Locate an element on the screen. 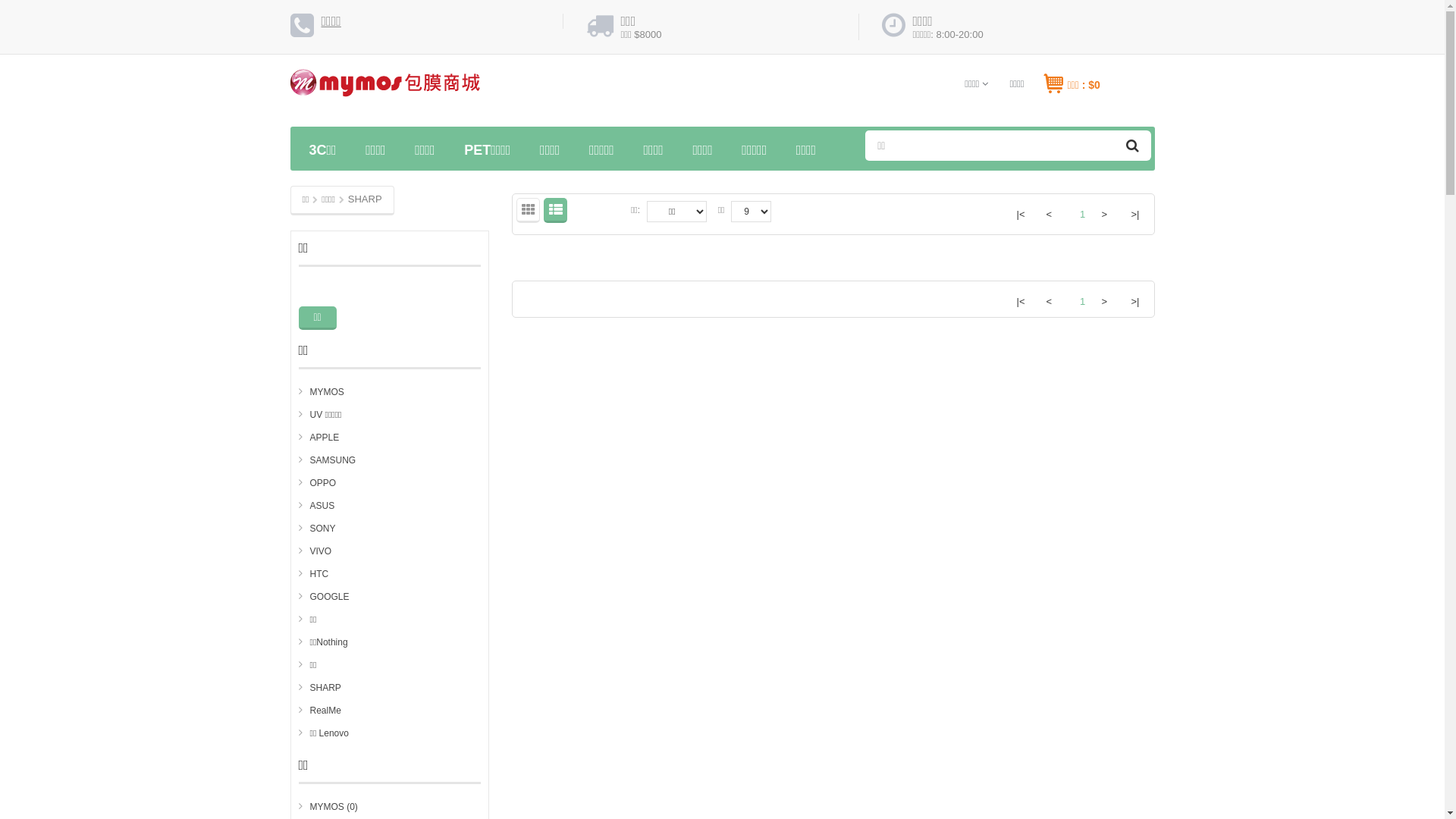 The height and width of the screenshot is (819, 1456). 'MYMOS (0)' is located at coordinates (327, 806).